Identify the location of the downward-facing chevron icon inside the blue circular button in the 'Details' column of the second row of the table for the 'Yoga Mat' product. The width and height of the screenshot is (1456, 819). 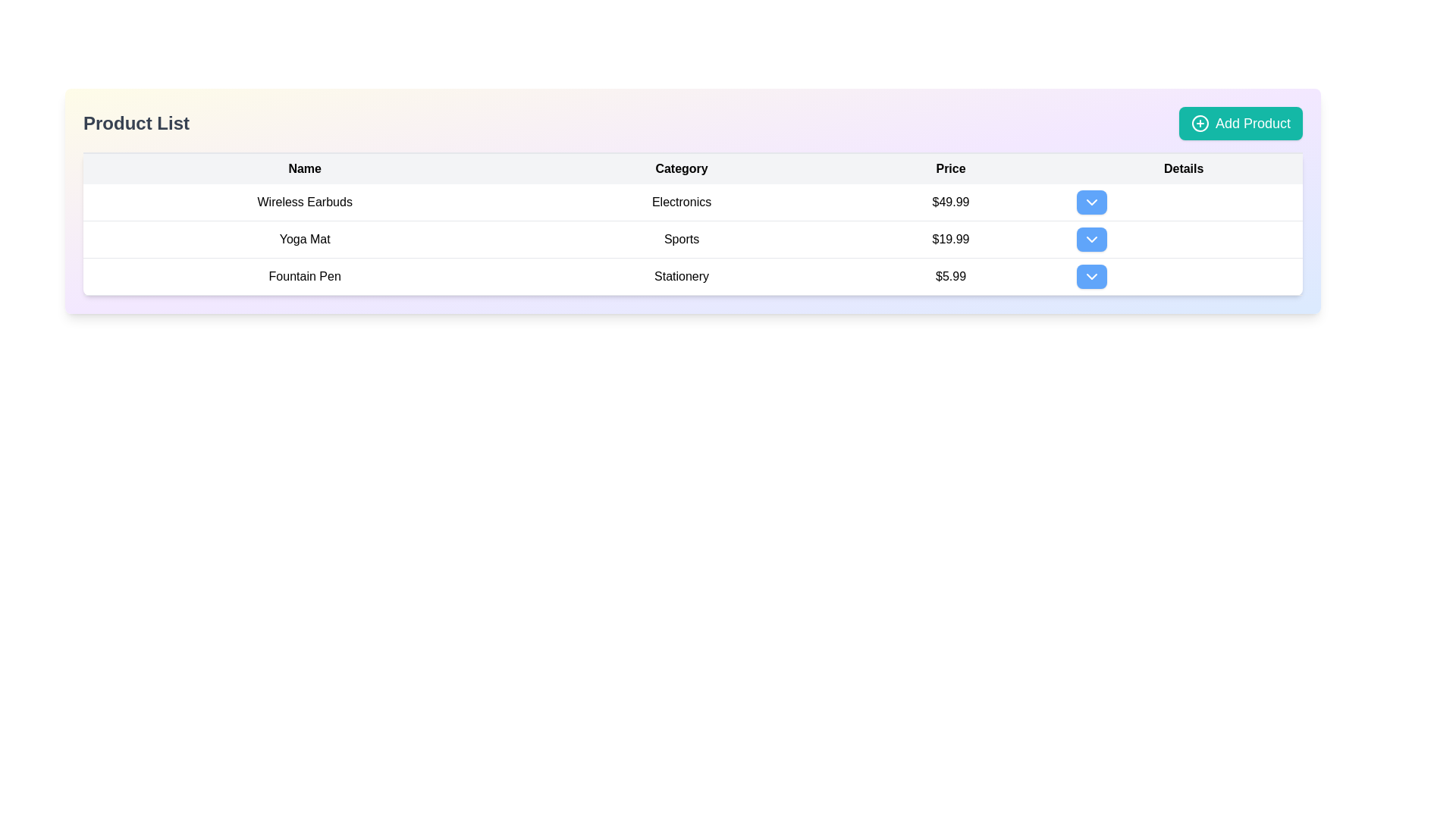
(1092, 239).